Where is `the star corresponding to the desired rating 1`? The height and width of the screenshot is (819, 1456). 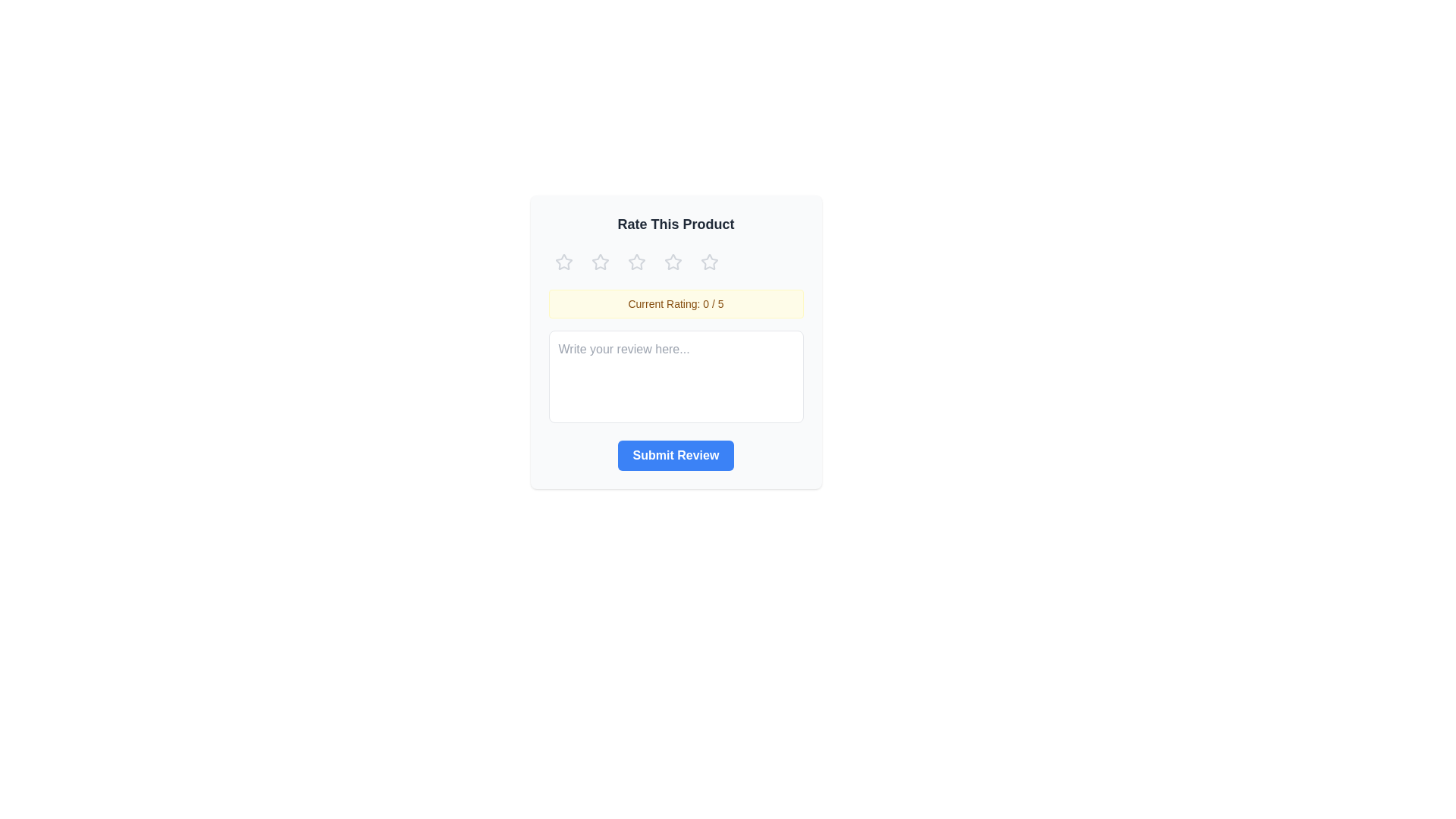 the star corresponding to the desired rating 1 is located at coordinates (563, 262).